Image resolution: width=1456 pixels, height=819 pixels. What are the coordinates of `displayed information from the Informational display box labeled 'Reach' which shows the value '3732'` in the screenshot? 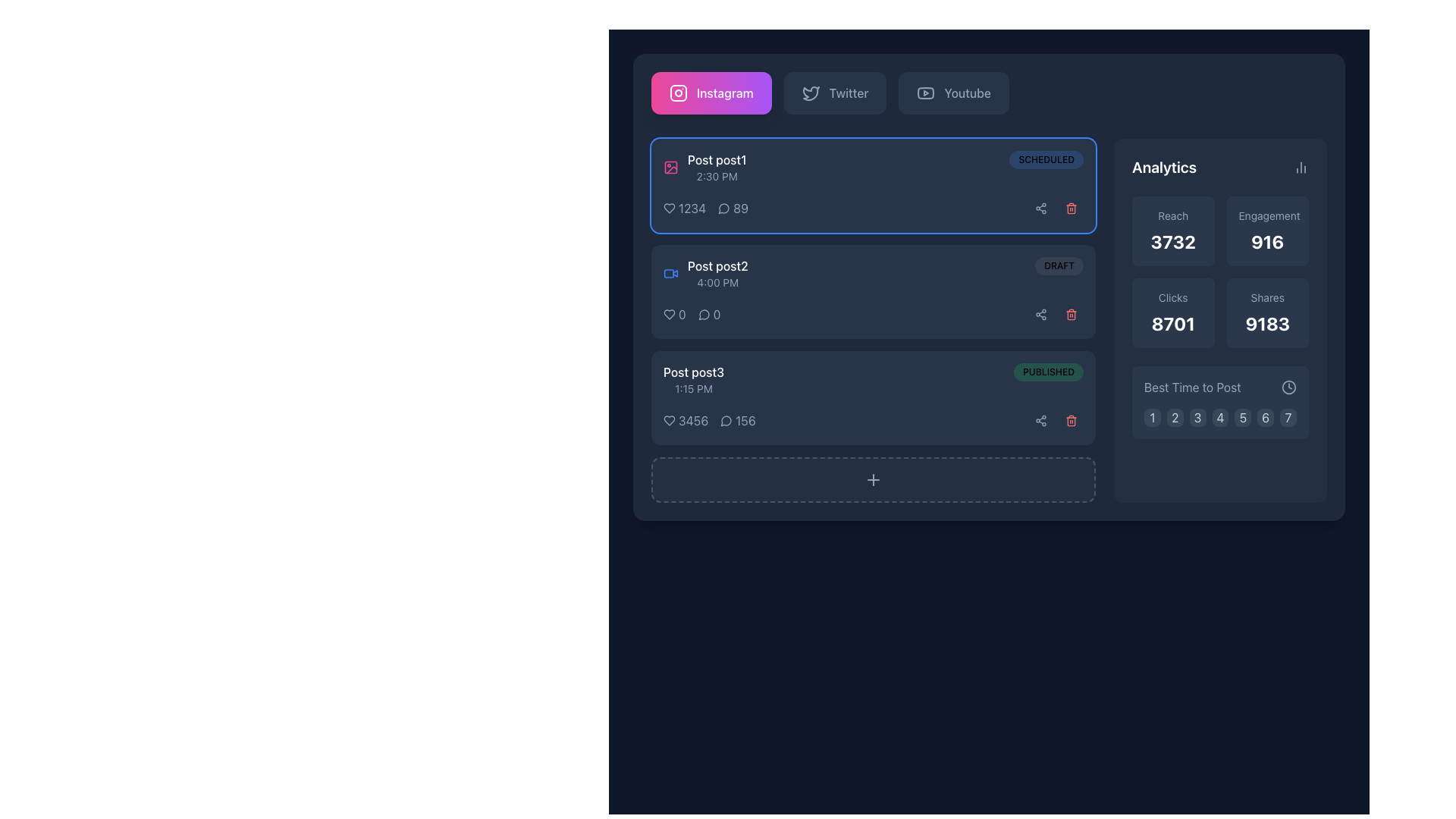 It's located at (1172, 231).